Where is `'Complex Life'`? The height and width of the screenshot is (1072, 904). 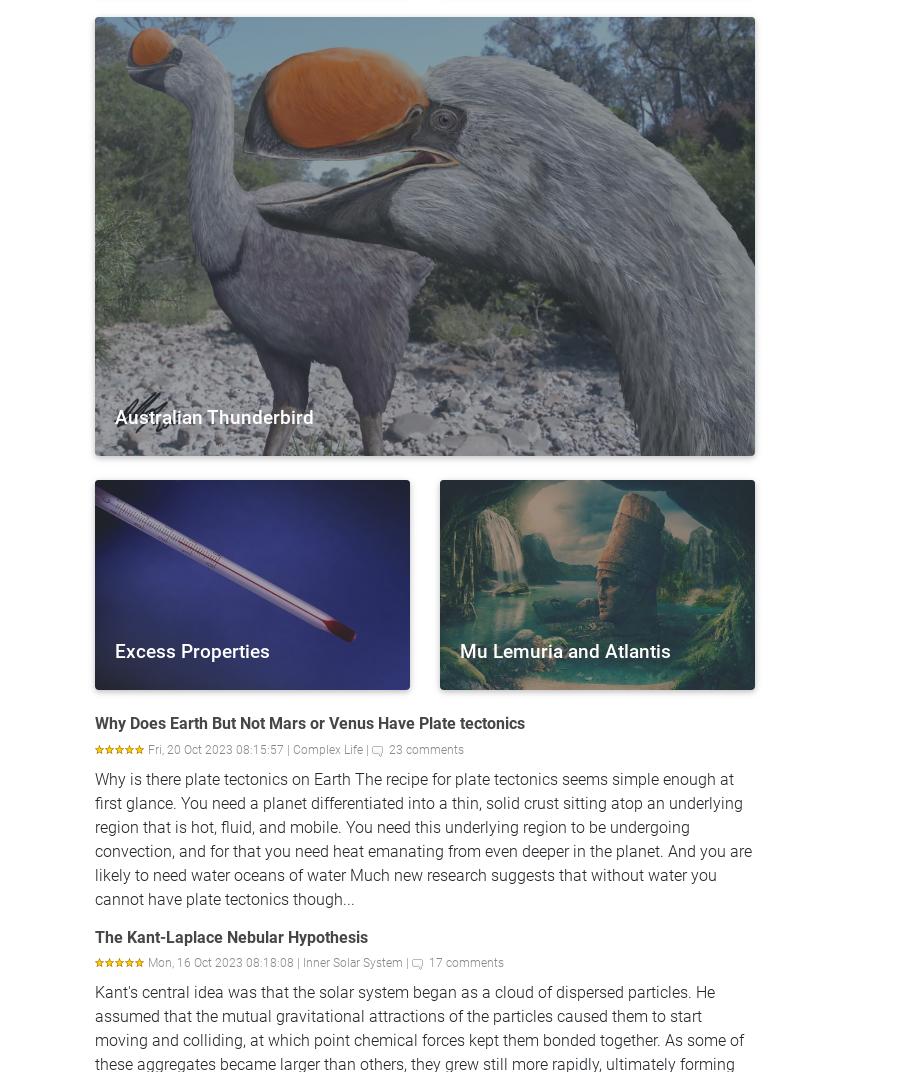 'Complex Life' is located at coordinates (292, 749).